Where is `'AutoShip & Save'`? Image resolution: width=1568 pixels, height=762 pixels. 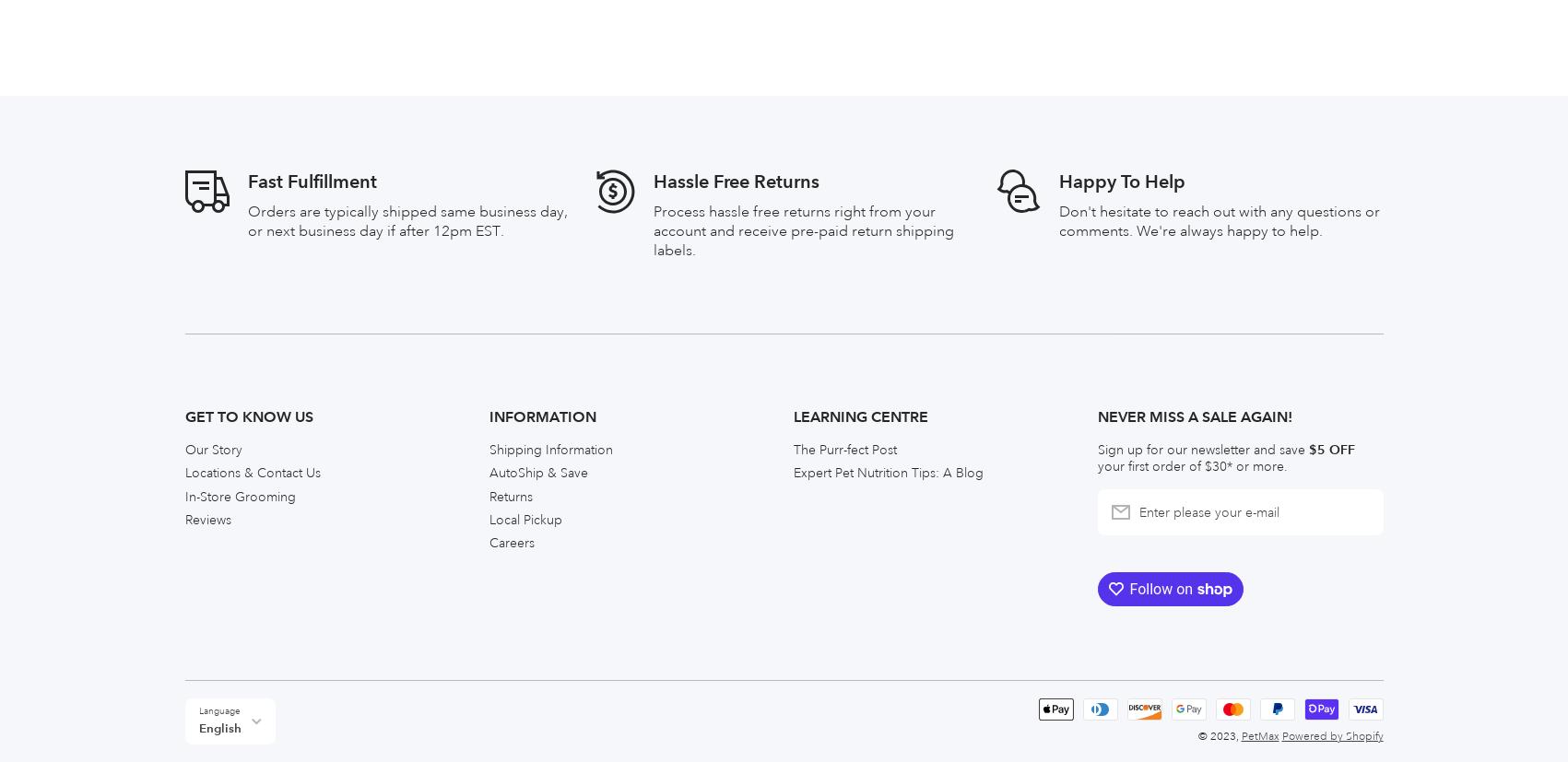
'AutoShip & Save' is located at coordinates (537, 57).